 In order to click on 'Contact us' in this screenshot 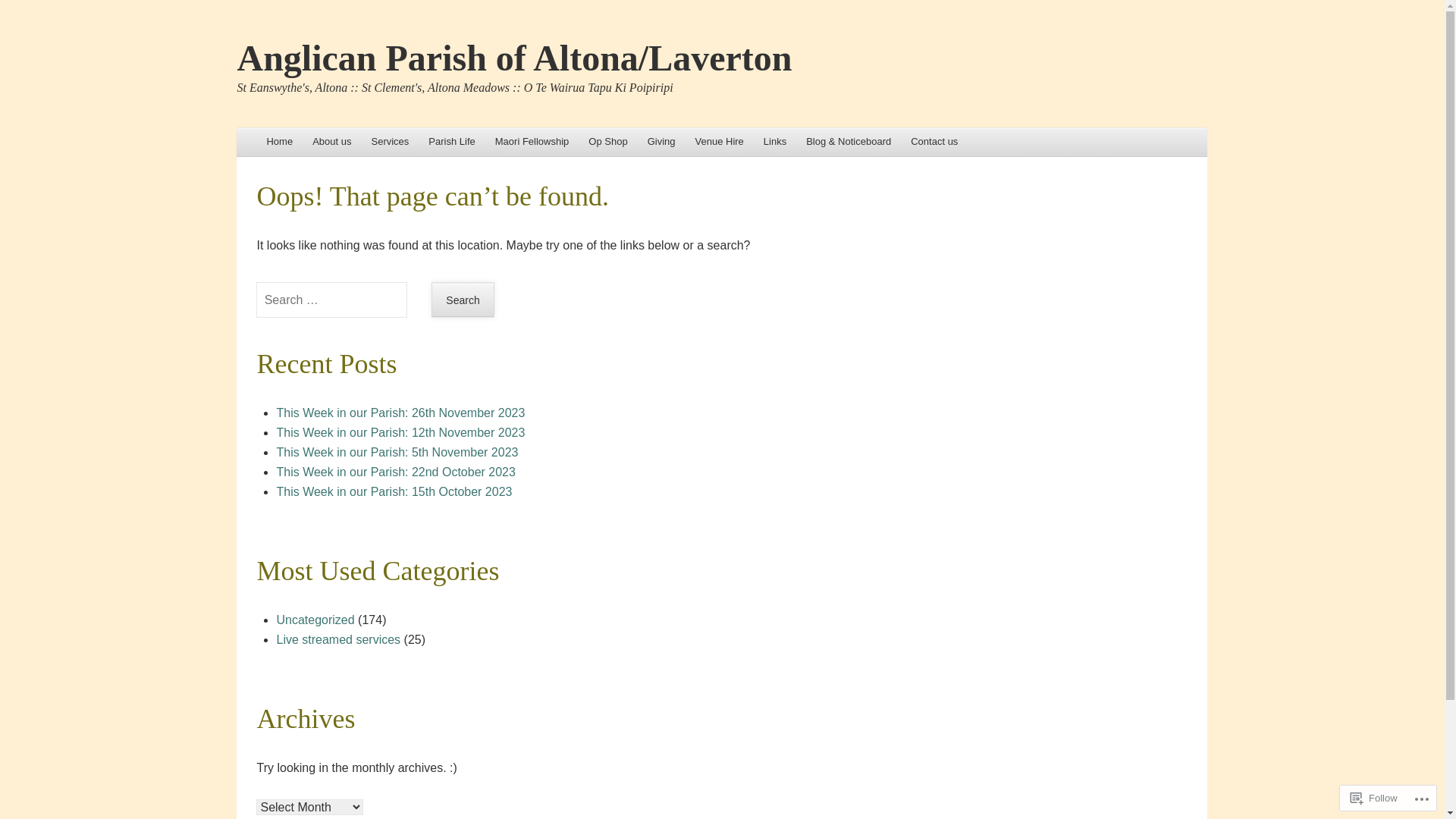, I will do `click(934, 142)`.